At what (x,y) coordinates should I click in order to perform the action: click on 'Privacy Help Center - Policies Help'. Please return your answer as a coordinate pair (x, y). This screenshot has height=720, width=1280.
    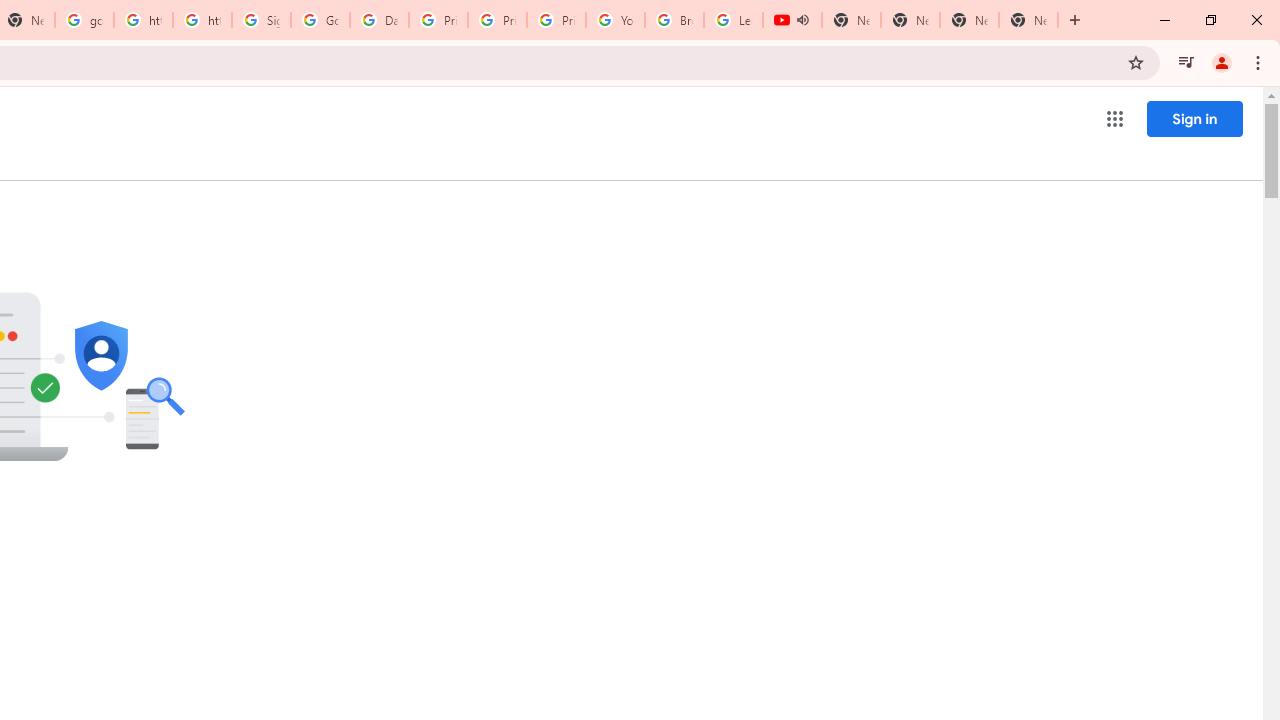
    Looking at the image, I should click on (497, 20).